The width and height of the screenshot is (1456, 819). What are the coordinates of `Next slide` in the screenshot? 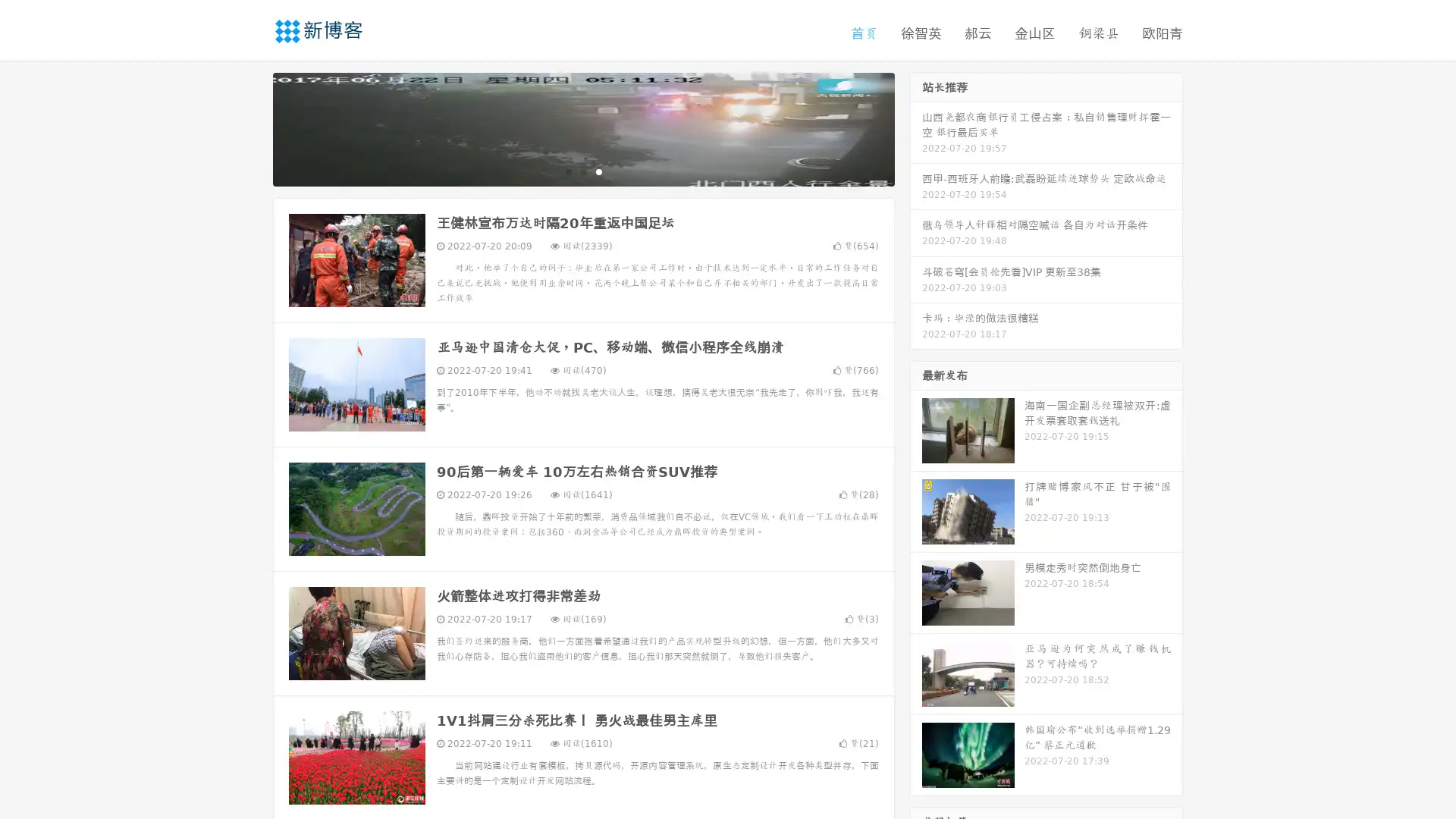 It's located at (916, 127).